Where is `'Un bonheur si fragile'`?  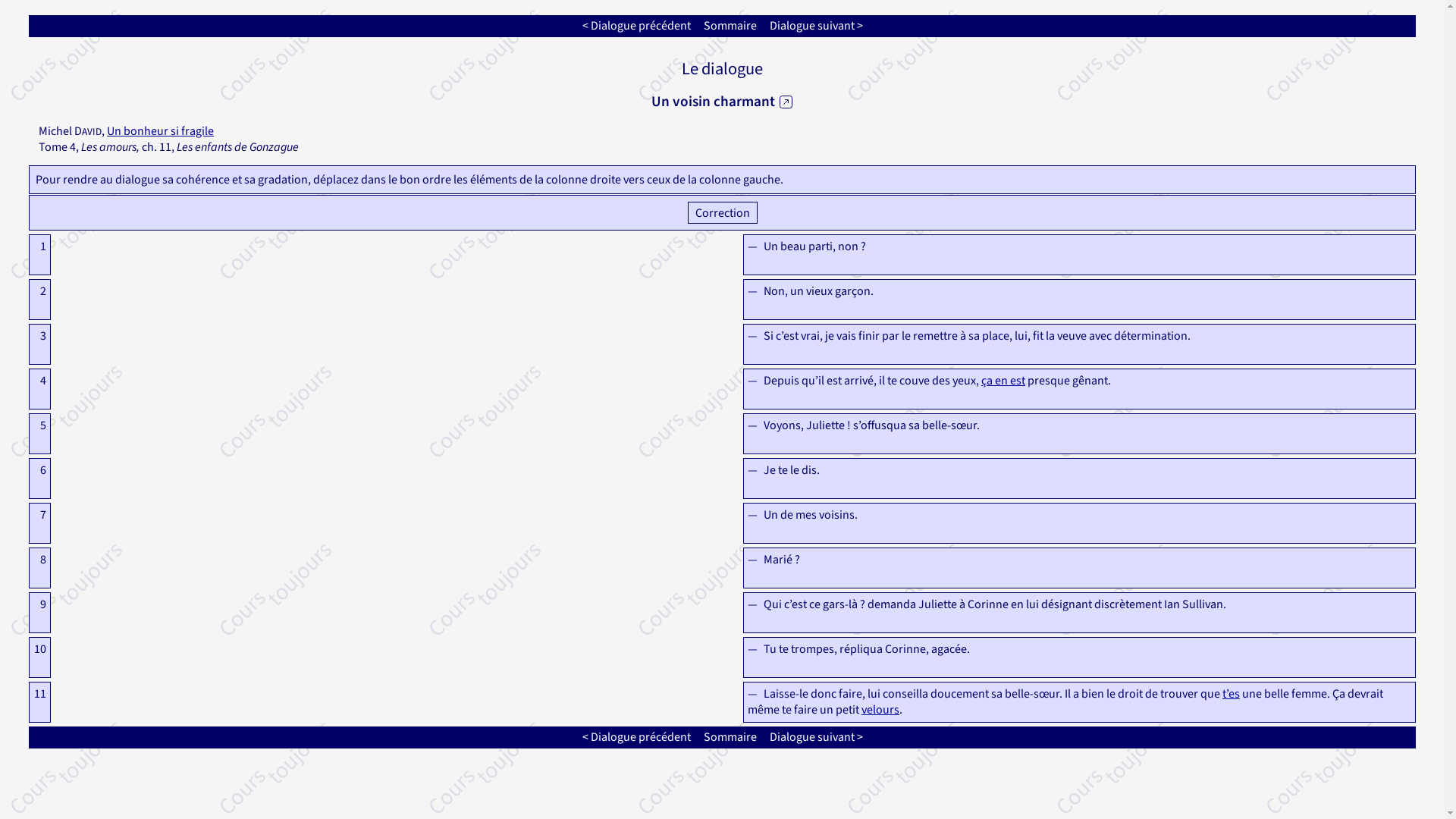
'Un bonheur si fragile' is located at coordinates (160, 130).